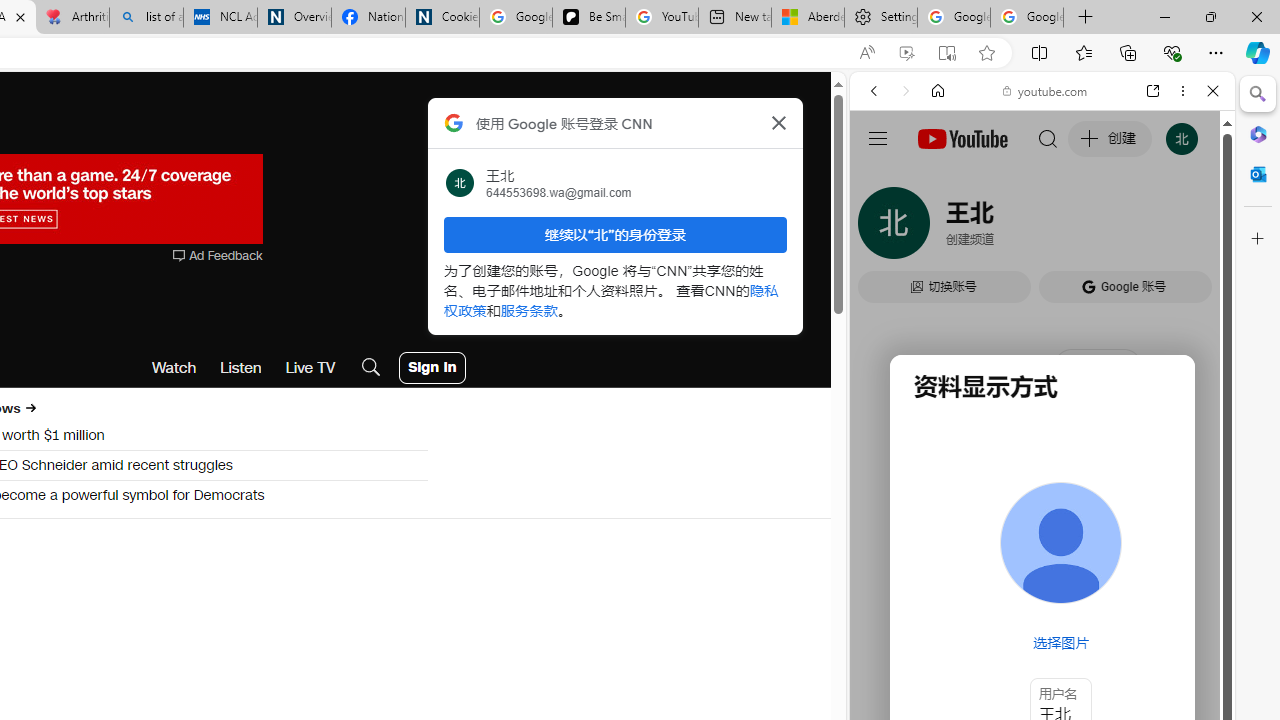 The image size is (1280, 720). I want to click on 'Listen', so click(240, 367).